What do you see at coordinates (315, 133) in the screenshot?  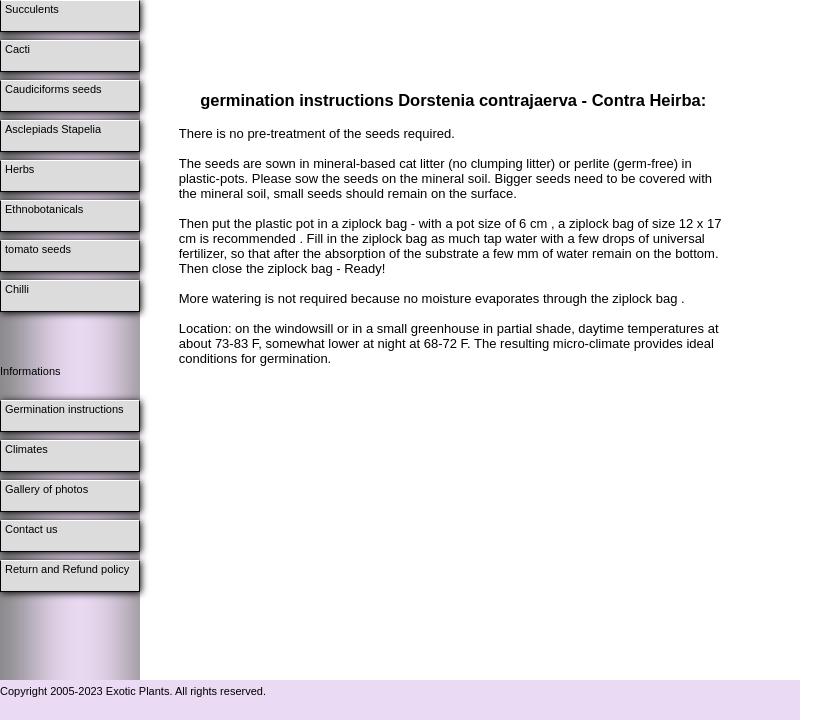 I see `'There is no pre-treatment of the seeds required.'` at bounding box center [315, 133].